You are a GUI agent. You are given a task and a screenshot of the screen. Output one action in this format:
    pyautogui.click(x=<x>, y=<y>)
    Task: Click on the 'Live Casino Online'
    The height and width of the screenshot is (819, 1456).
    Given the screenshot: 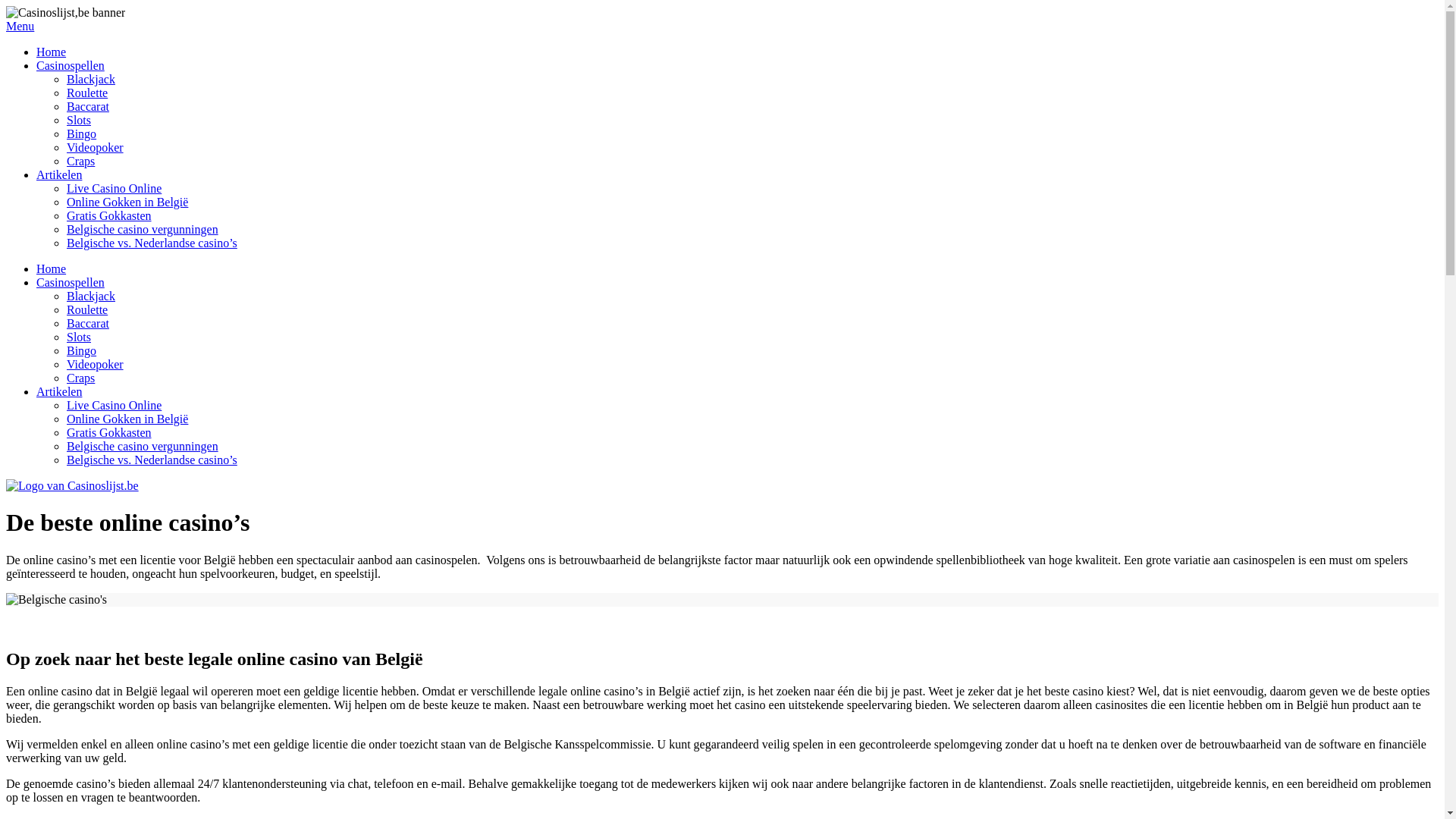 What is the action you would take?
    pyautogui.click(x=65, y=187)
    